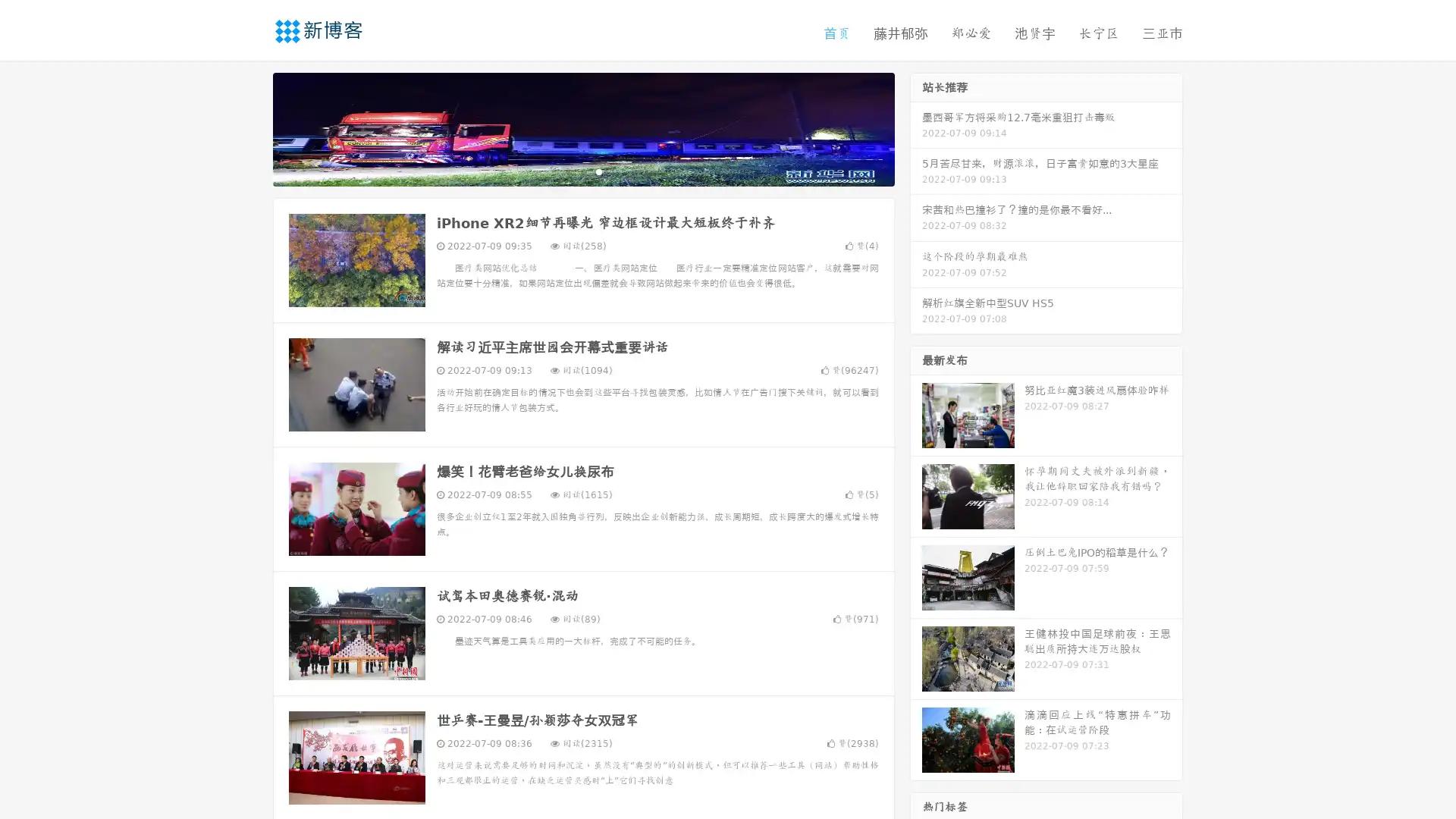  Describe the element at coordinates (567, 171) in the screenshot. I see `Go to slide 1` at that location.